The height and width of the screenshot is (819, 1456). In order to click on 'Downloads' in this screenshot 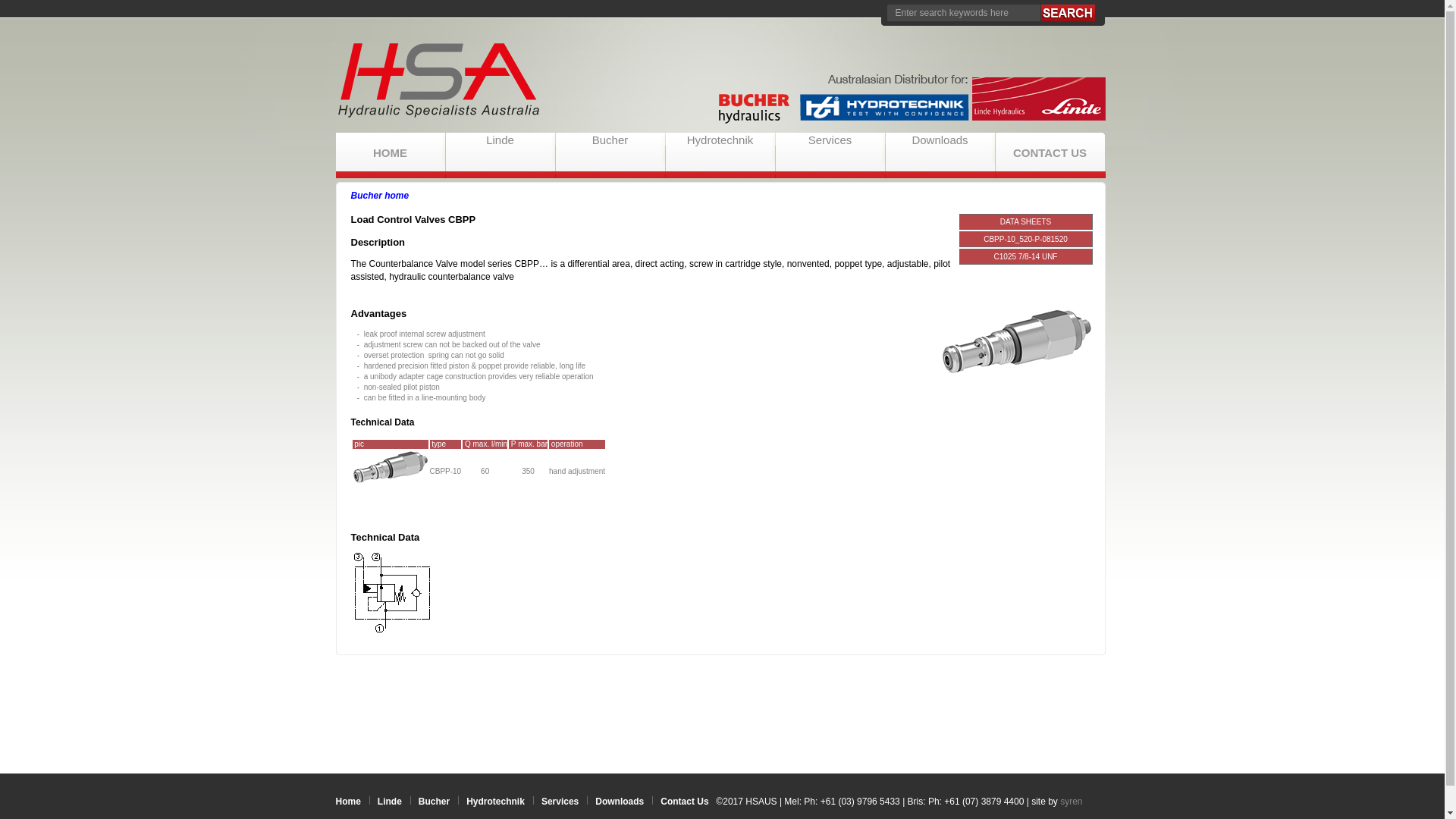, I will do `click(938, 140)`.